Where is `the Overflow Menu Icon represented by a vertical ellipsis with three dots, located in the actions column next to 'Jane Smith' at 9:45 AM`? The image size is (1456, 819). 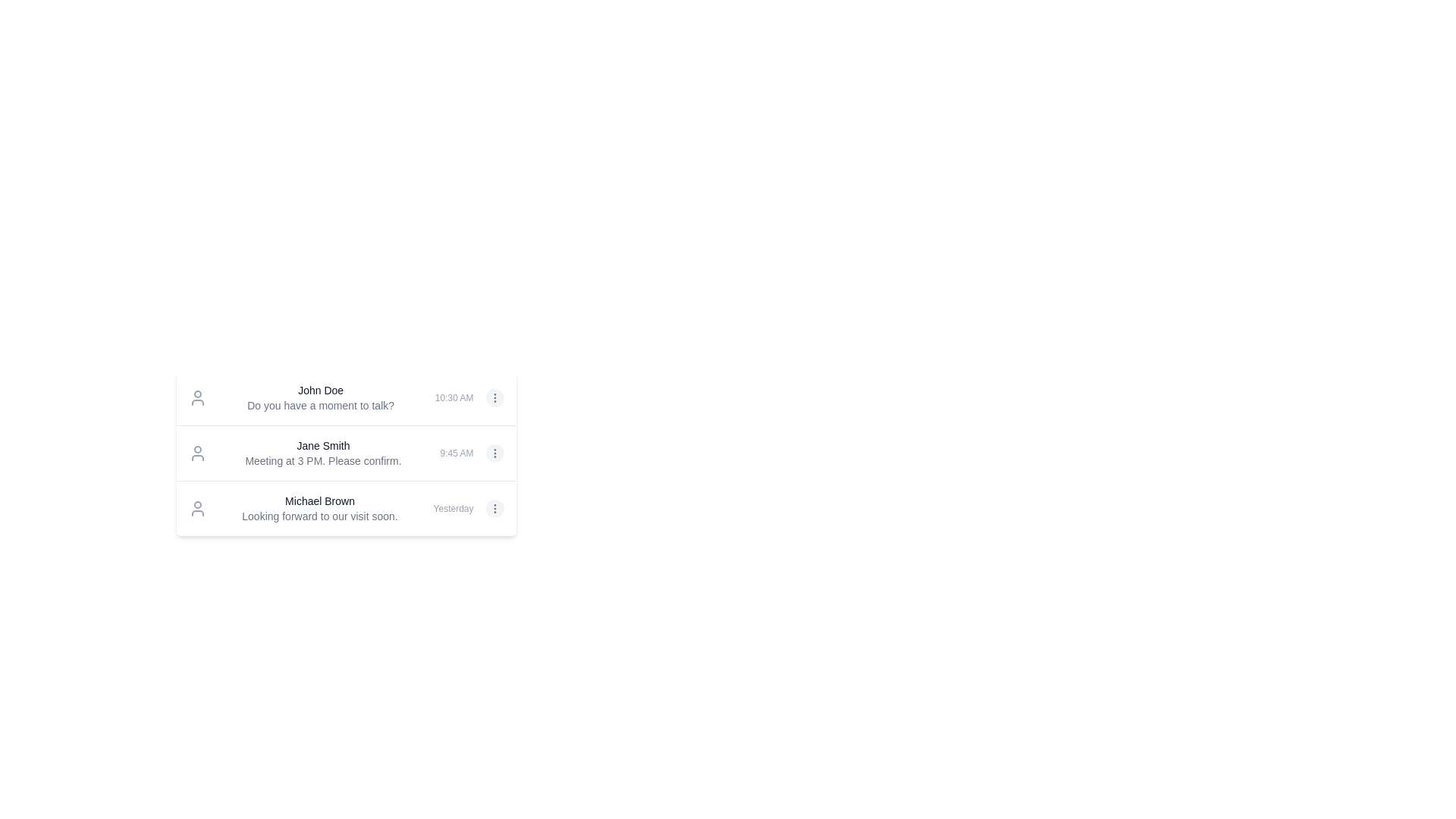 the Overflow Menu Icon represented by a vertical ellipsis with three dots, located in the actions column next to 'Jane Smith' at 9:45 AM is located at coordinates (494, 397).